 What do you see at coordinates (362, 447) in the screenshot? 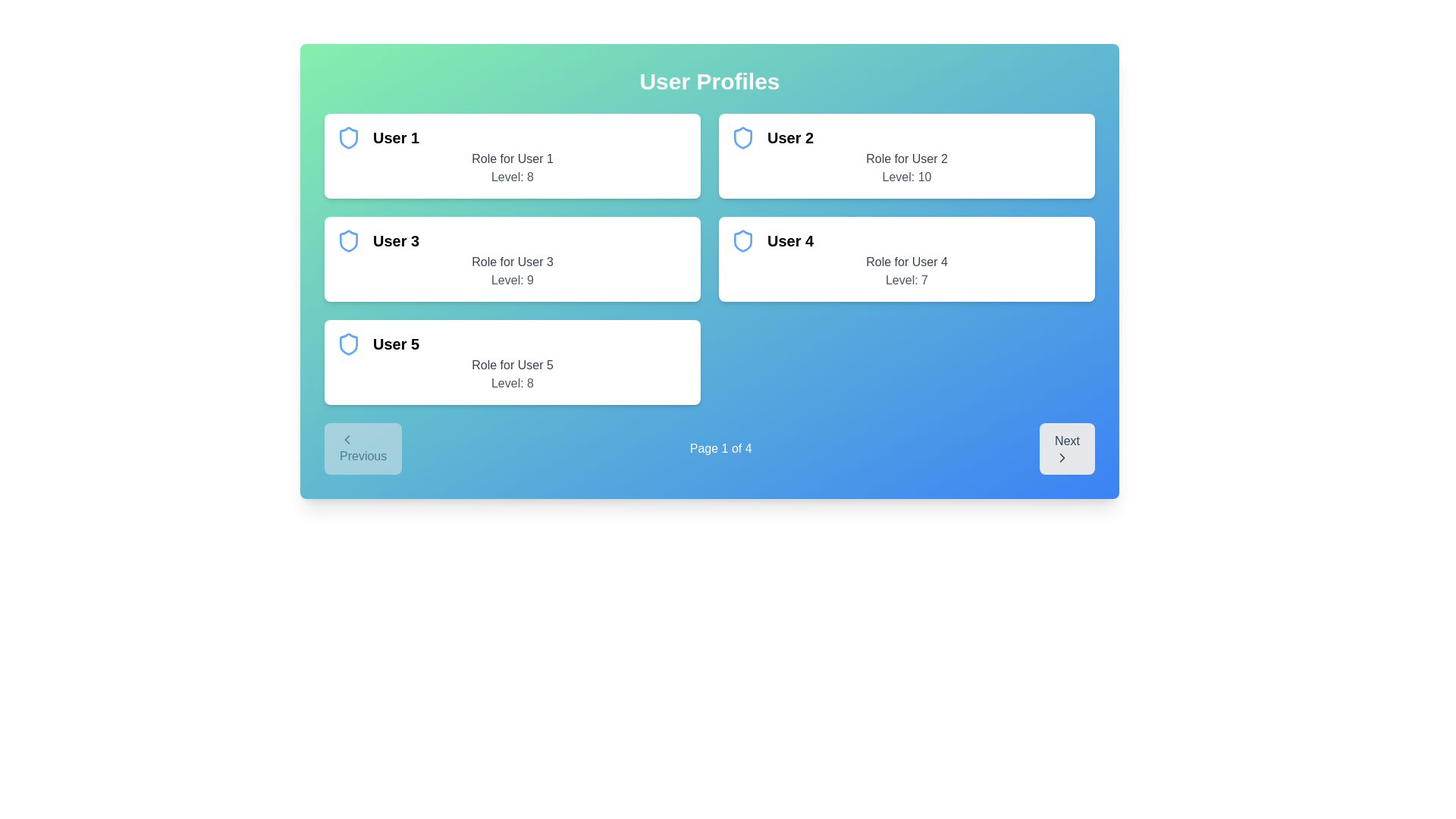
I see `the button that navigates to the previous page in the paginated interface, located at the bottom-left corner of the pagination controls` at bounding box center [362, 447].